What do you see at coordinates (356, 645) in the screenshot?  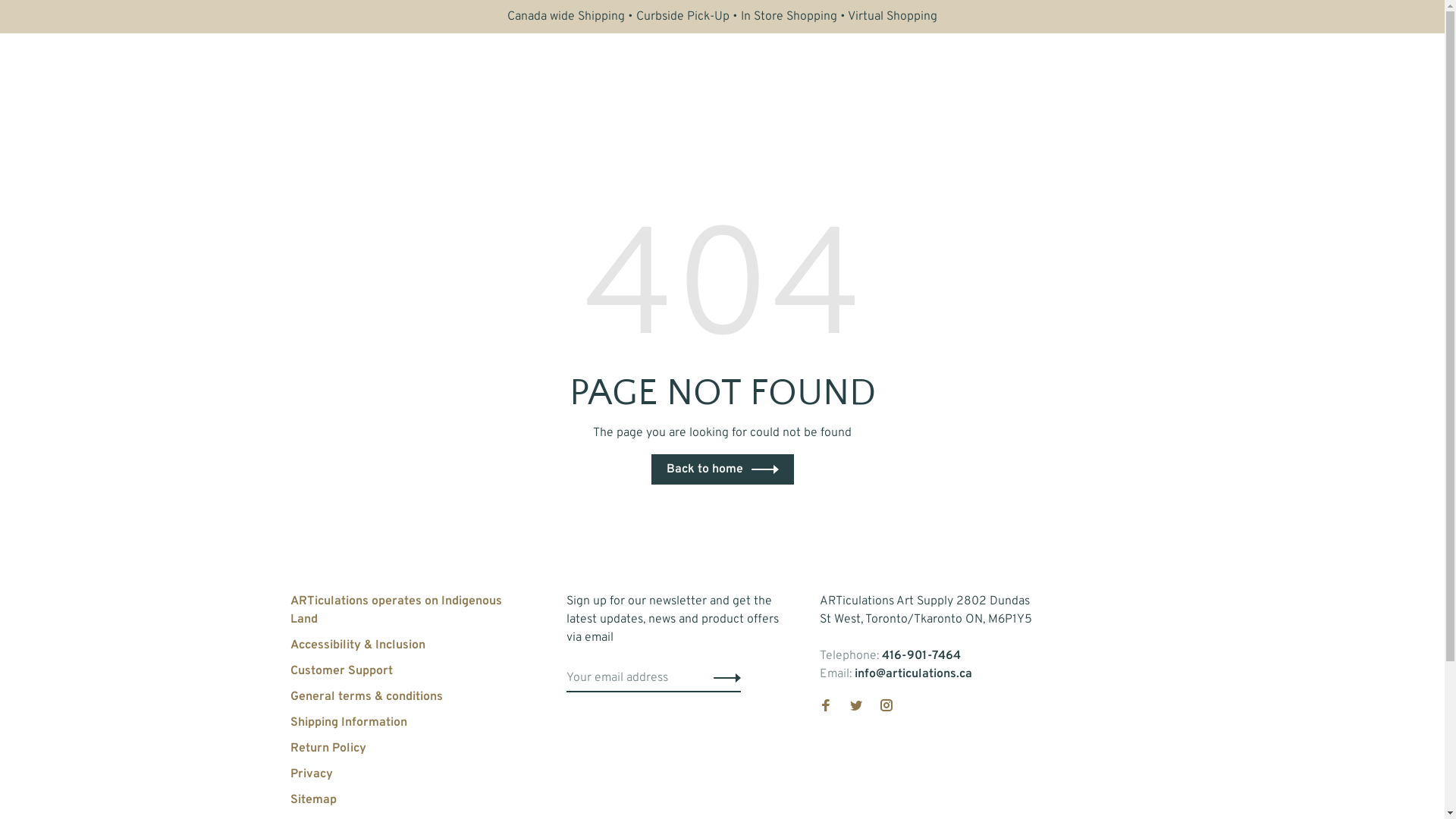 I see `'Accessibility & Inclusion'` at bounding box center [356, 645].